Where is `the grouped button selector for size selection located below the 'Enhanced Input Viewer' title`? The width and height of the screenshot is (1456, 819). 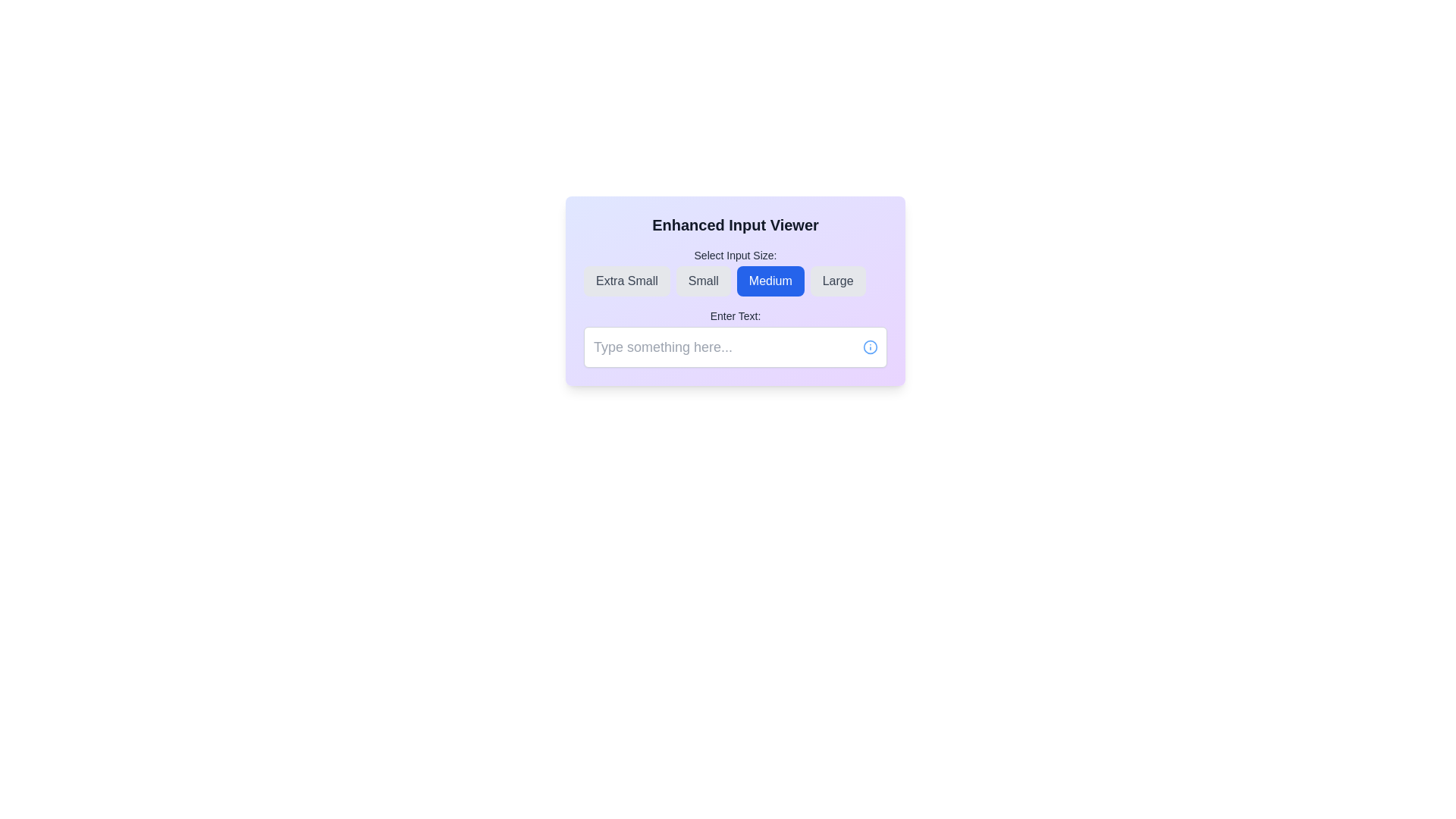 the grouped button selector for size selection located below the 'Enhanced Input Viewer' title is located at coordinates (735, 271).